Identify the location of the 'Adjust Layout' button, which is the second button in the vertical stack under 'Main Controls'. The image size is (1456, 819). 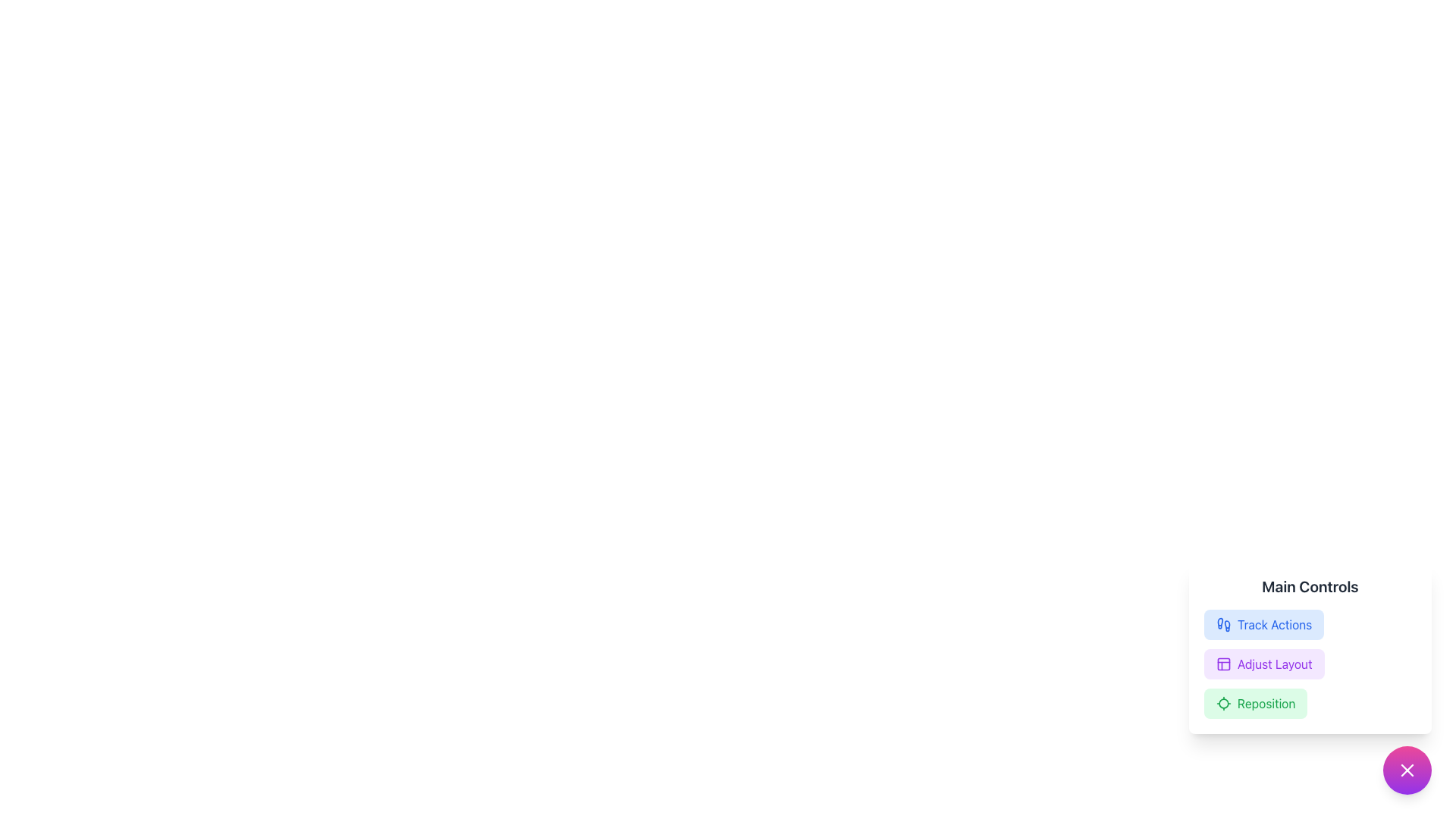
(1264, 663).